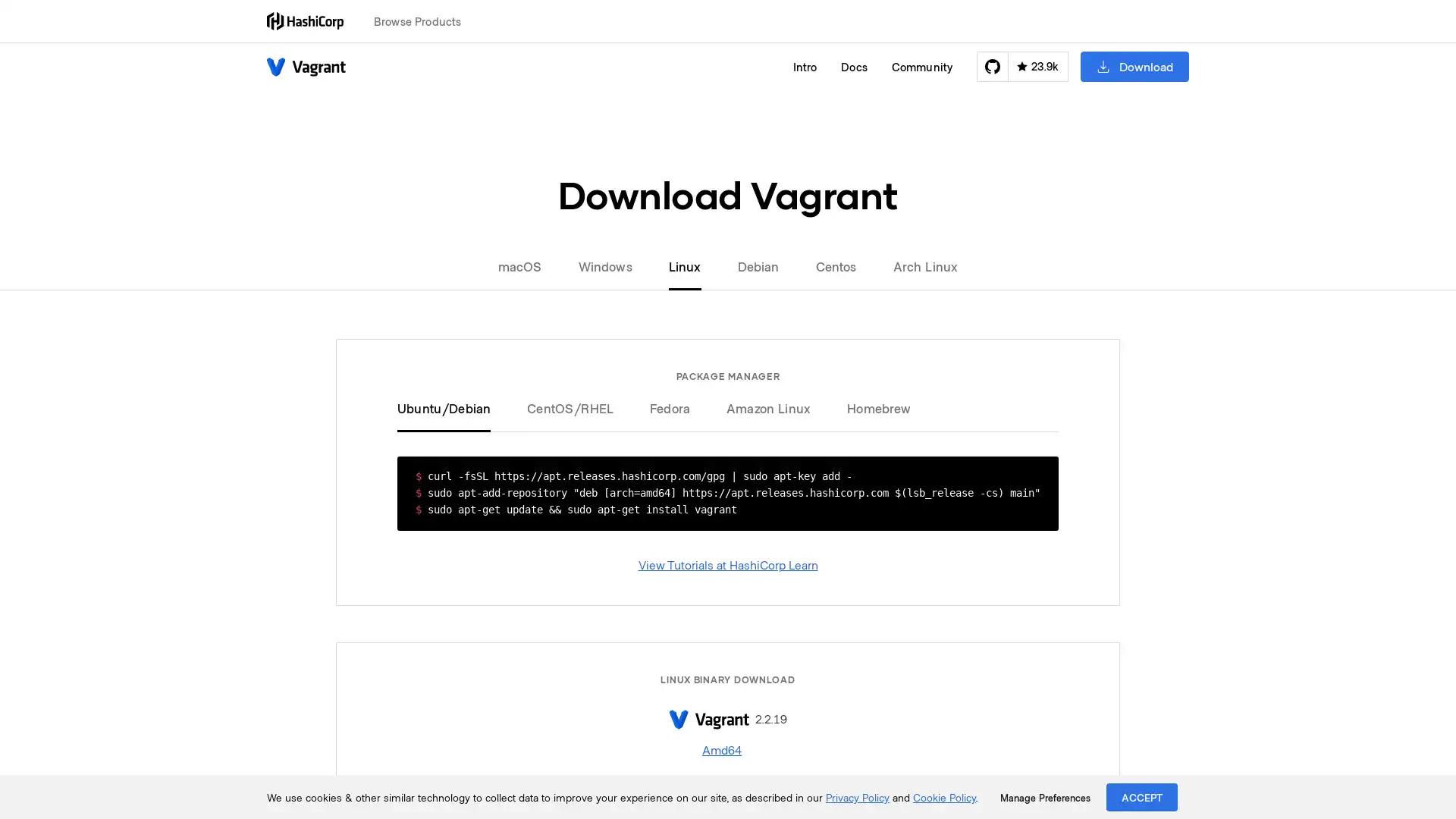 This screenshot has width=1456, height=819. What do you see at coordinates (758, 265) in the screenshot?
I see `Debian` at bounding box center [758, 265].